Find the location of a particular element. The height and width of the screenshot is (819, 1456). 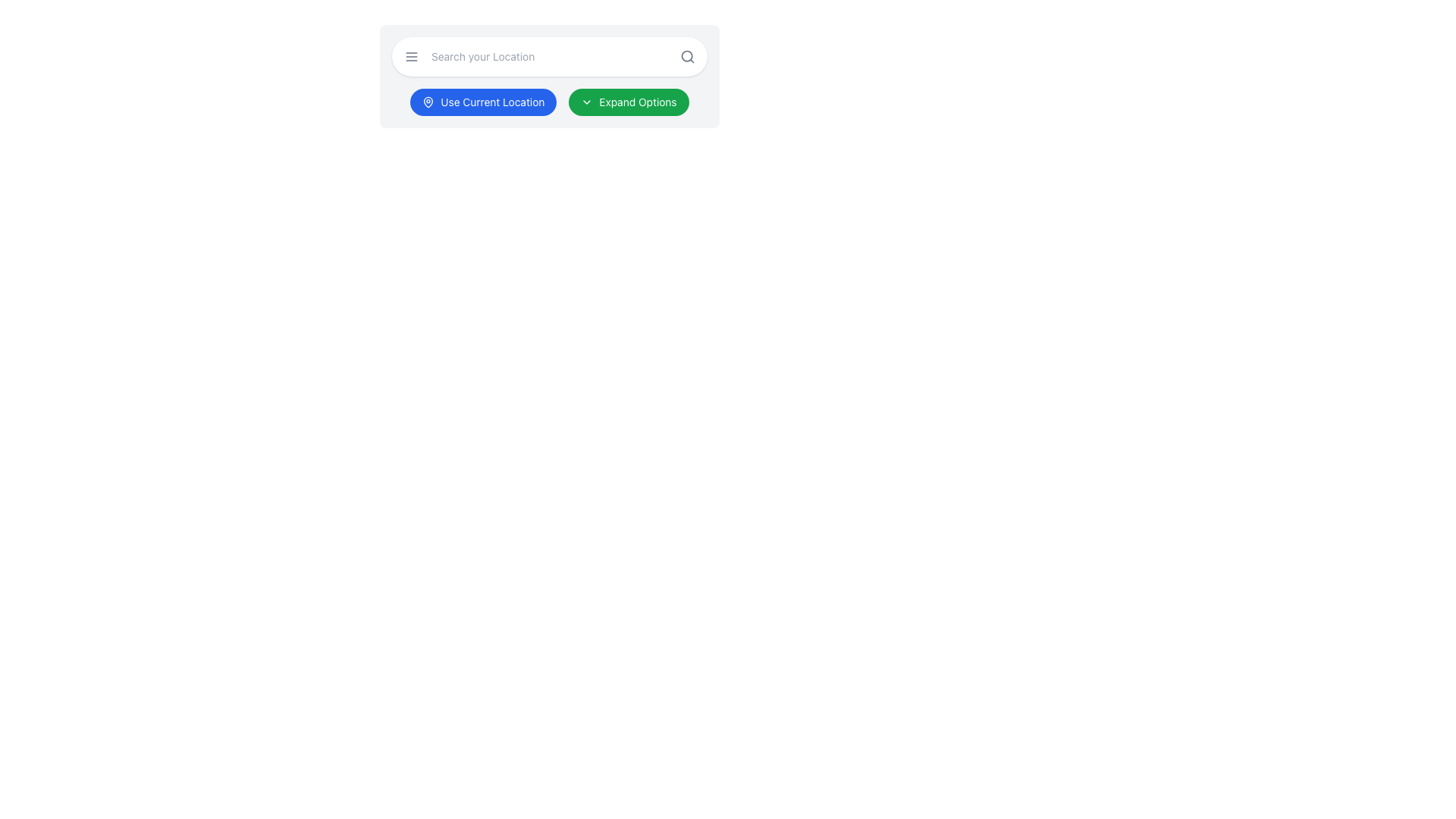

the map pin icon, which is part of the 'Use Current Location' button, located towards the left side of the button is located at coordinates (428, 102).